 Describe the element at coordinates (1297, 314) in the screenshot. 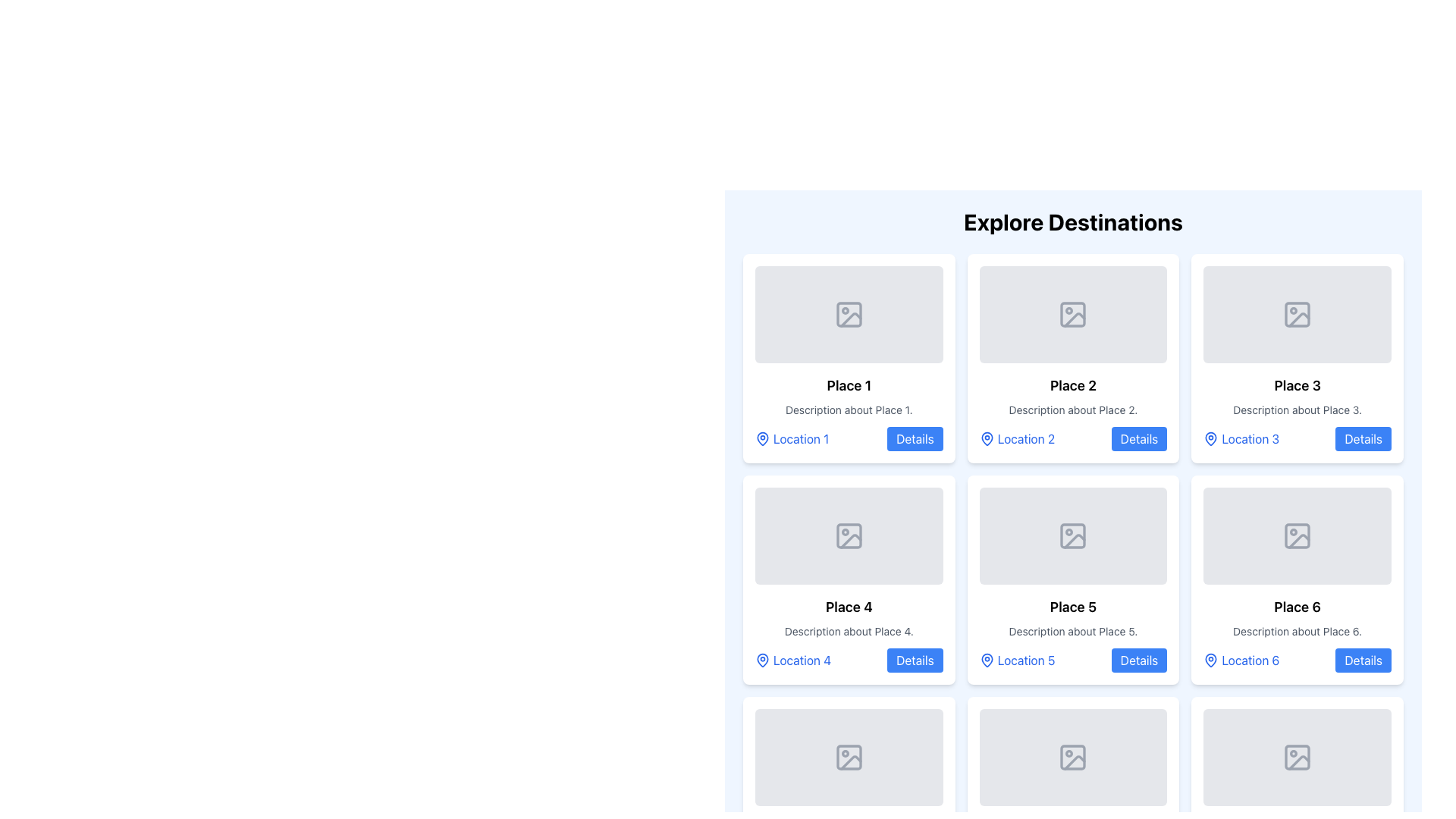

I see `the icon depicting a placeholder image located inside the image placeholder area for 'Place 3', which is the rightmost card in the first row of the displayed grid` at that location.